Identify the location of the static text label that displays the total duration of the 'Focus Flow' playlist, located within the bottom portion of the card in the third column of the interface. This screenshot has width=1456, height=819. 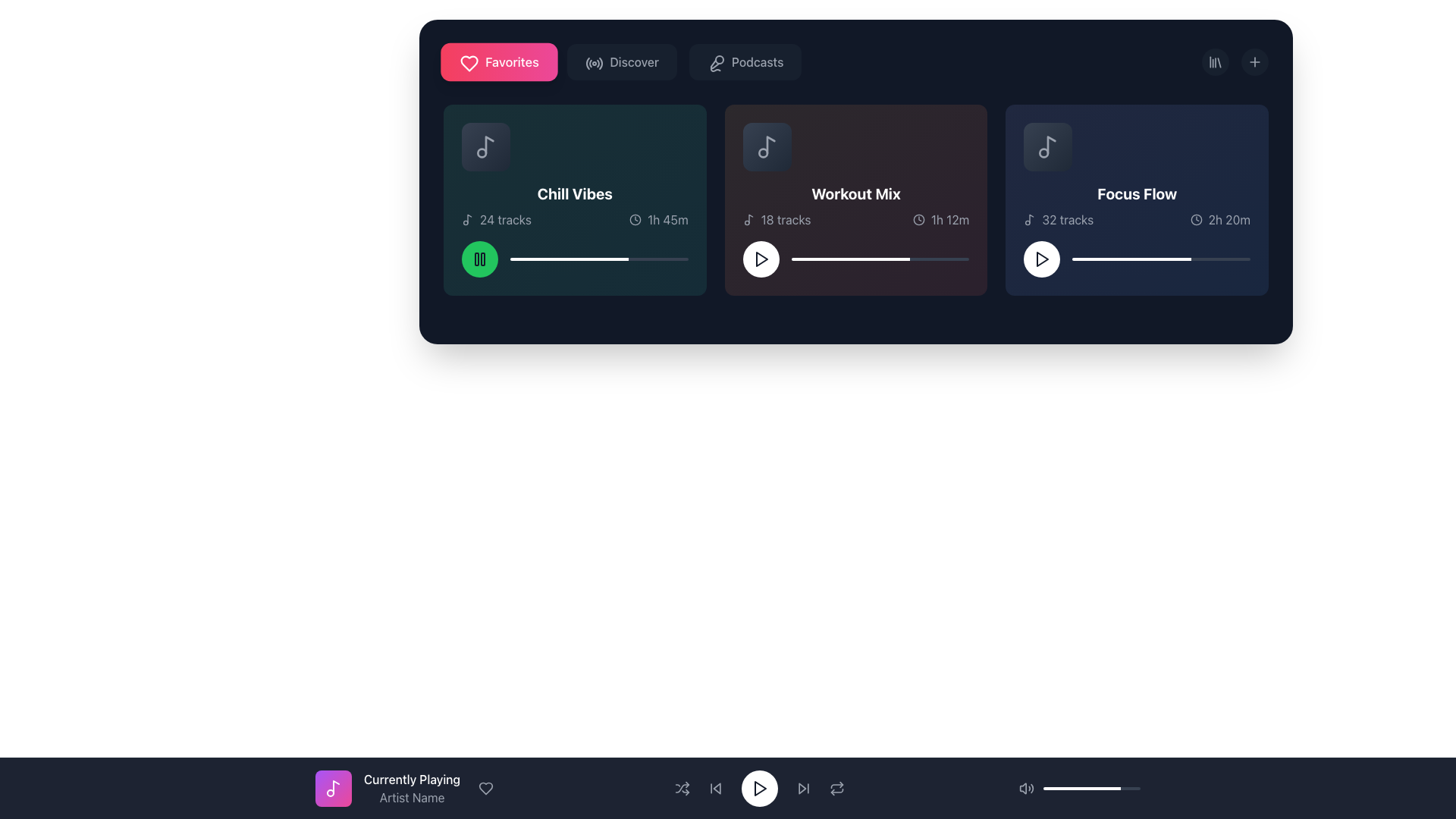
(1229, 219).